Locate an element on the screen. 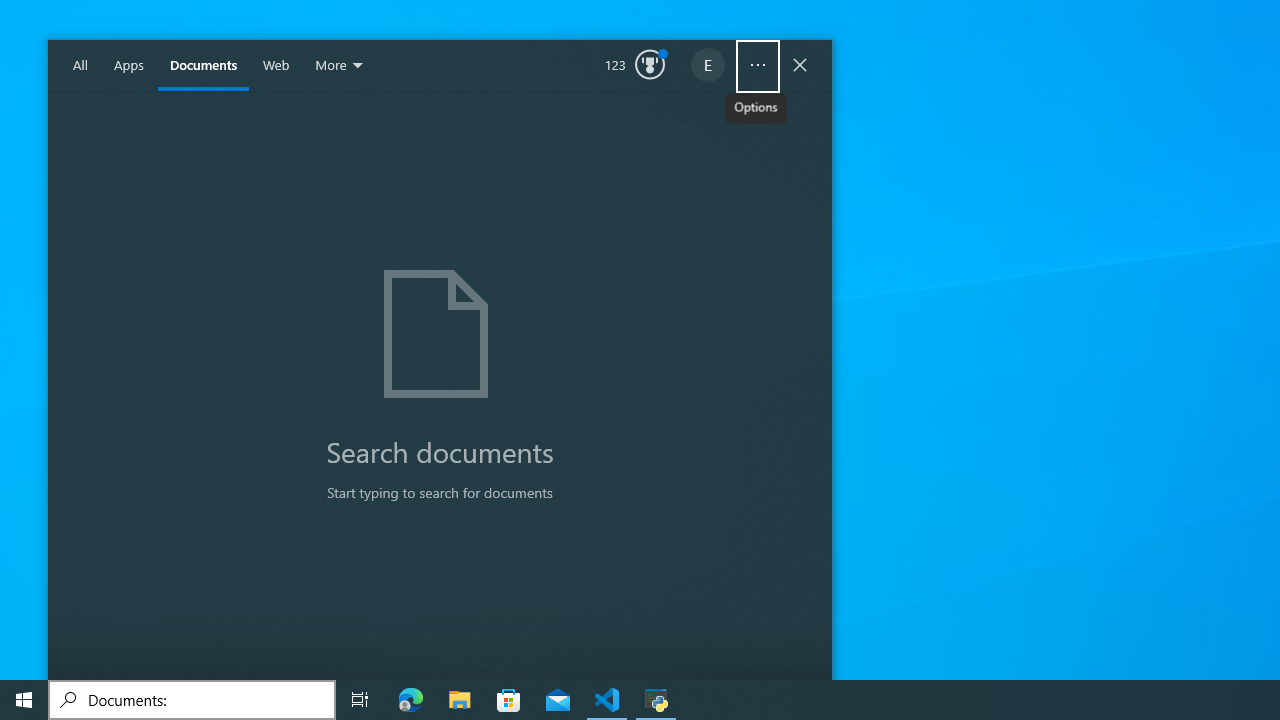  'More' is located at coordinates (341, 65).